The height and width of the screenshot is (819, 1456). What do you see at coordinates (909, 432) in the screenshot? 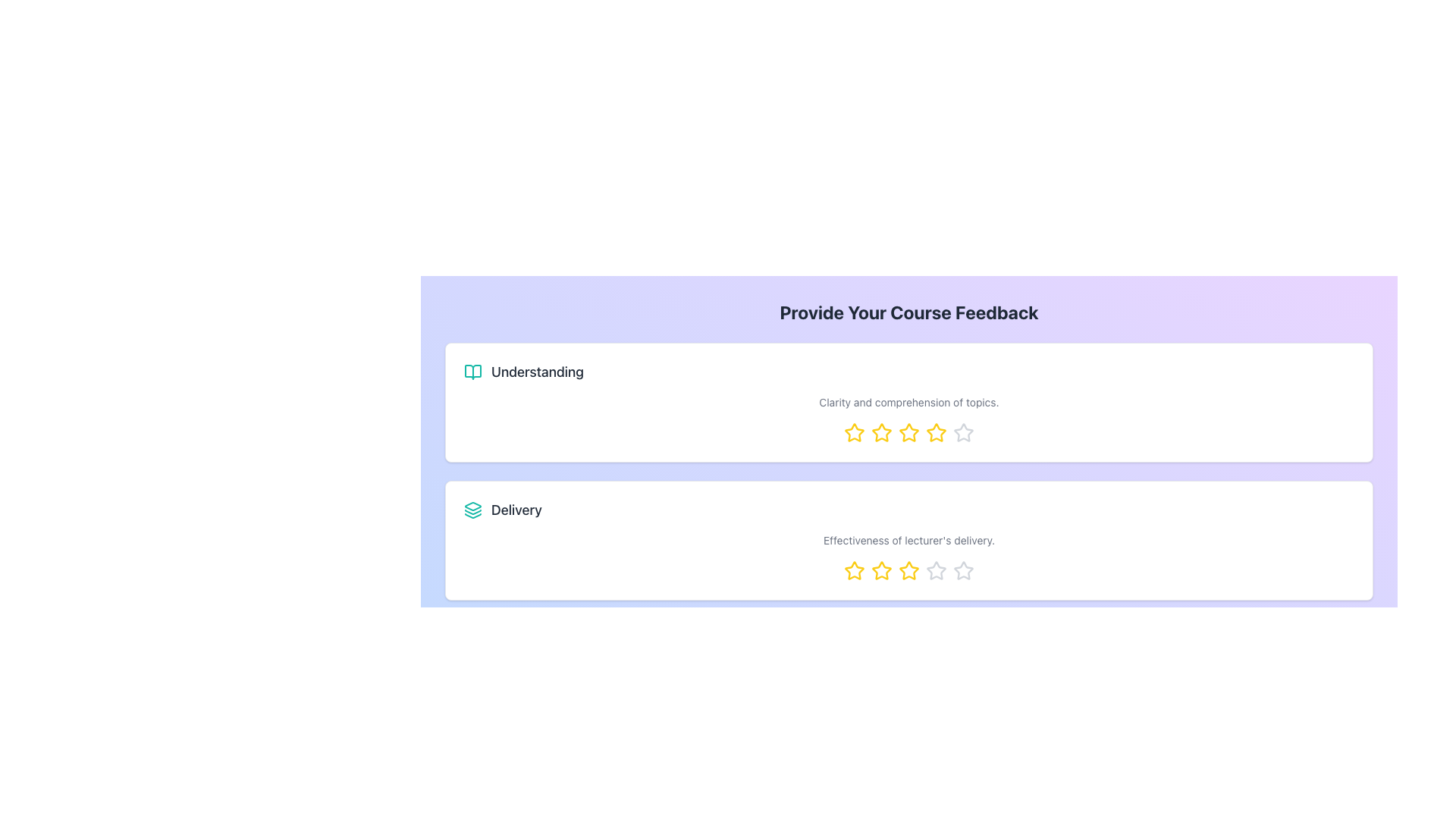
I see `the third star icon, which is yellow and part of a rating system` at bounding box center [909, 432].